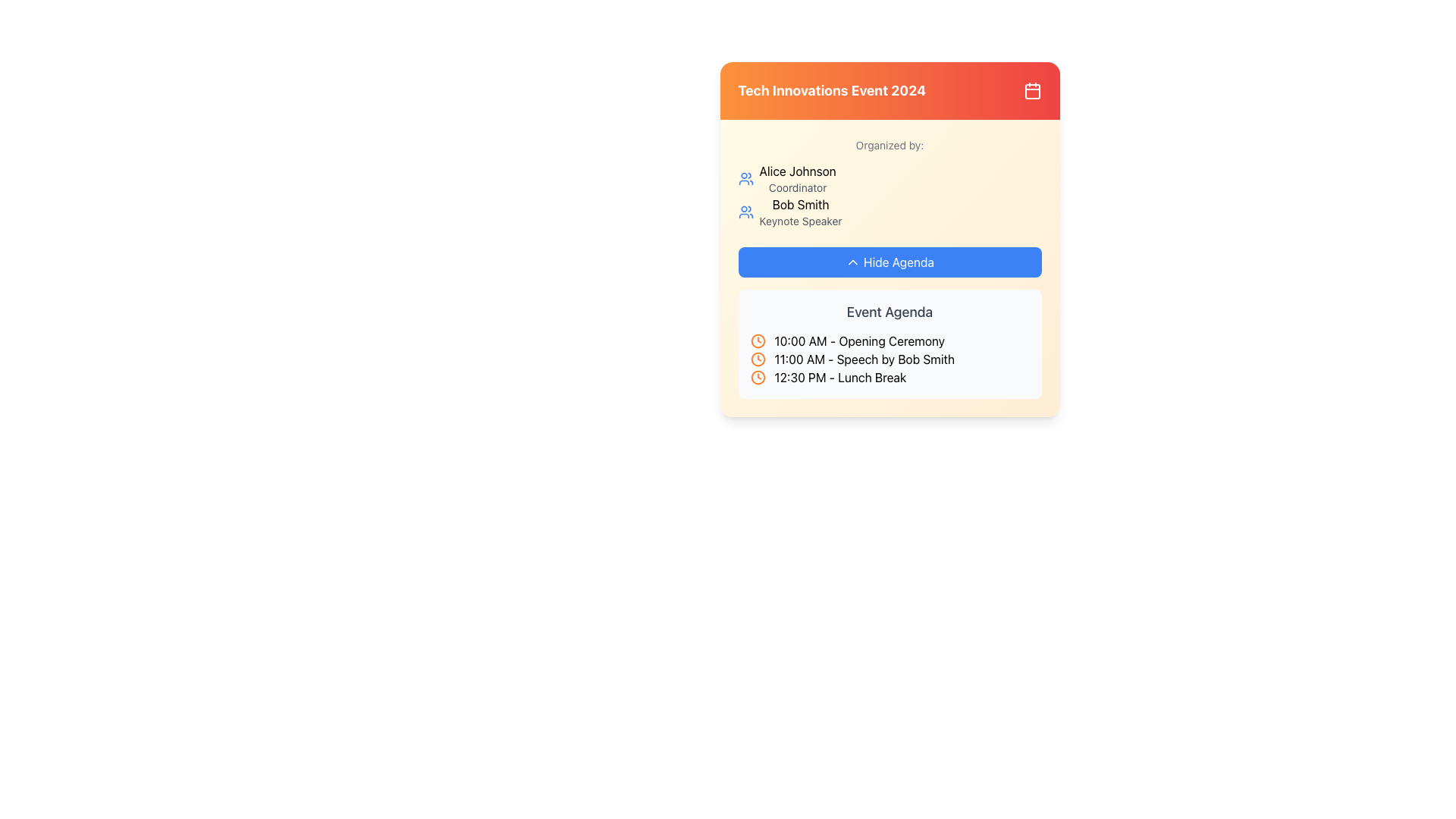 This screenshot has height=819, width=1456. Describe the element at coordinates (890, 268) in the screenshot. I see `the 'Hide Agenda' button, which is a bright blue rectangular button with white text, to observe its hover effect` at that location.